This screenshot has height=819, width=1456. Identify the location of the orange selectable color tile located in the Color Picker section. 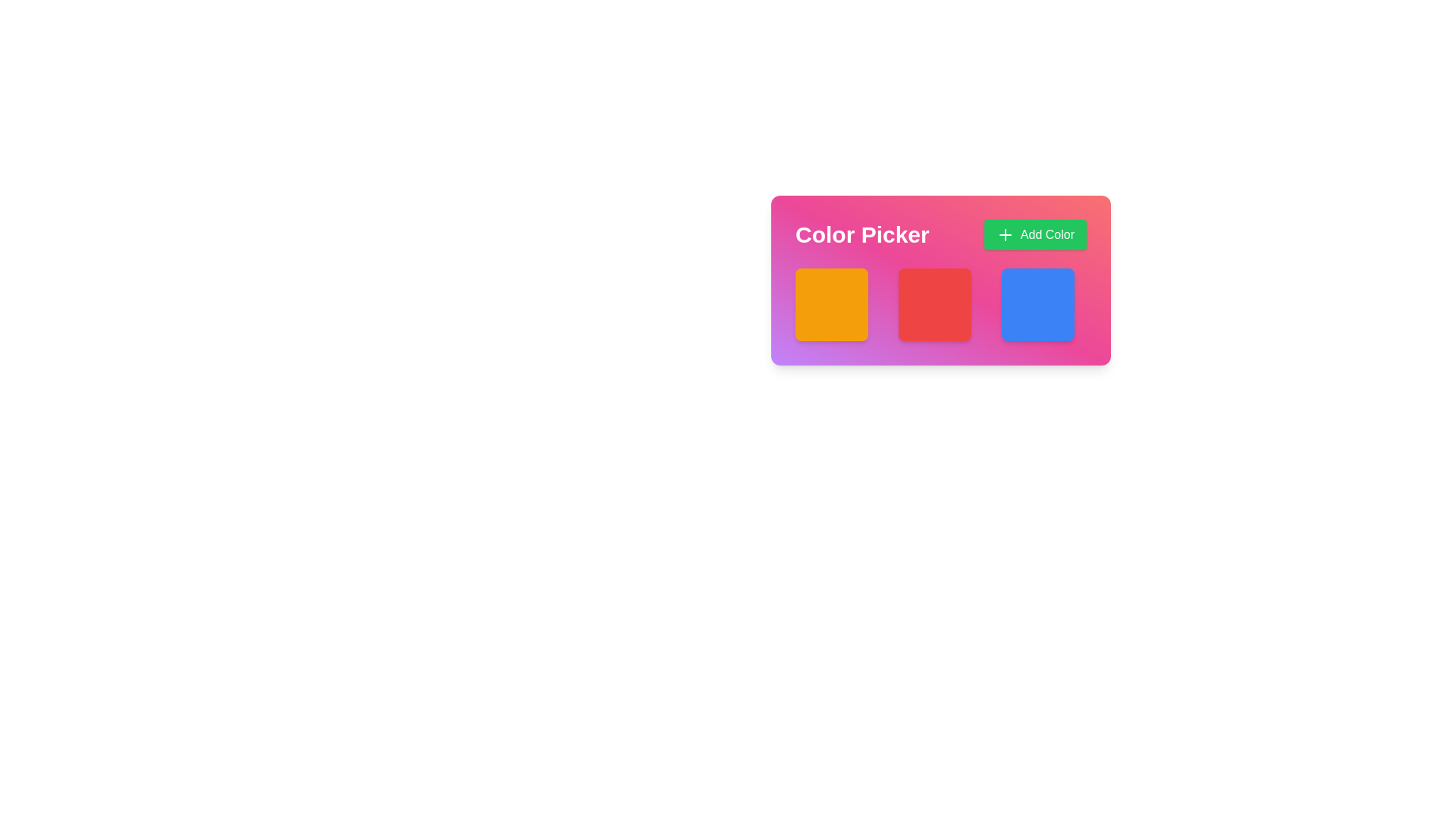
(831, 304).